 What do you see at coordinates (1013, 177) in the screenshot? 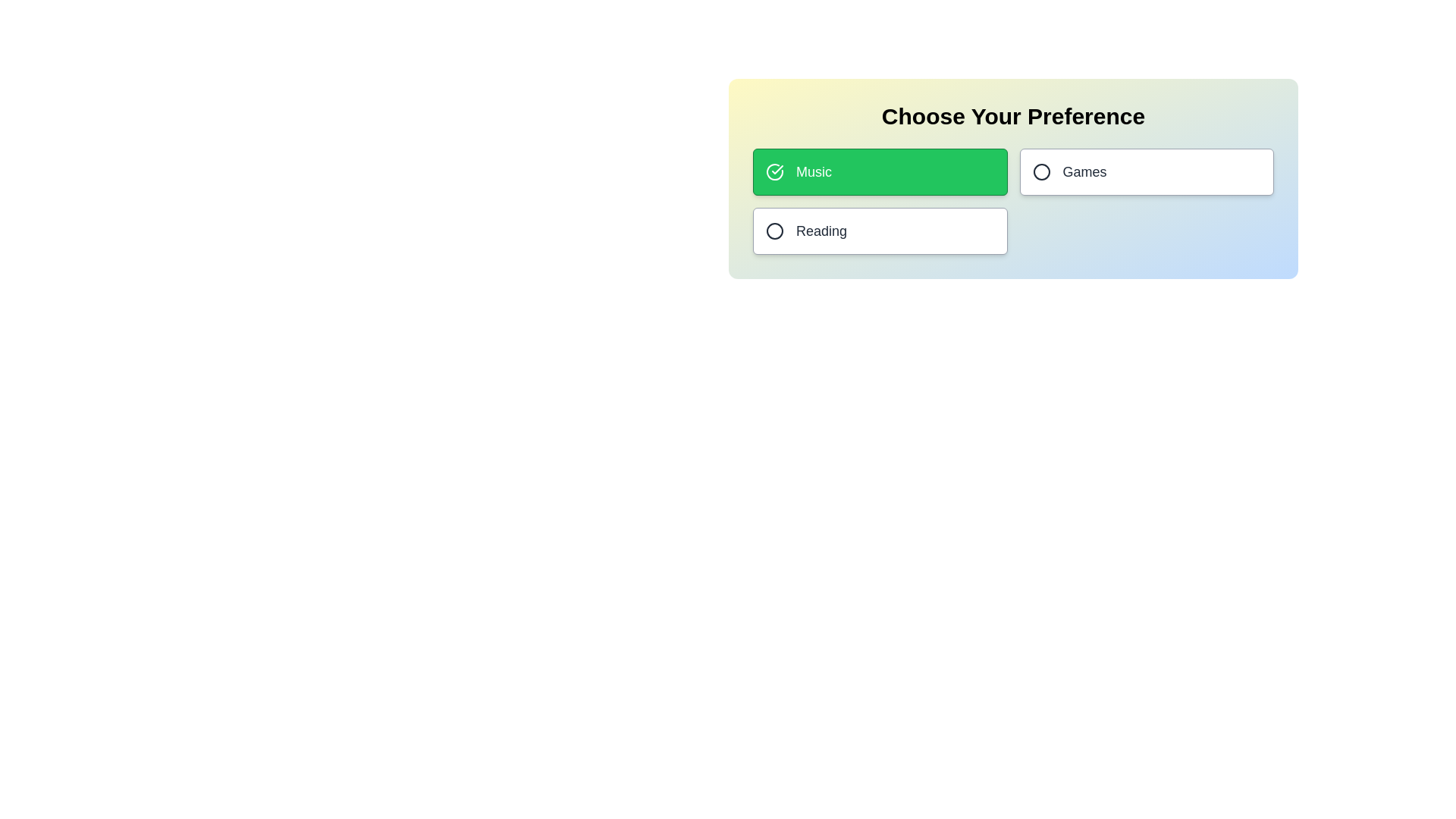
I see `one of the interactive options ('Music', 'Games', or 'Reading') within the card titled 'Choose Your Preference', which has a gradient background and rounded corners` at bounding box center [1013, 177].